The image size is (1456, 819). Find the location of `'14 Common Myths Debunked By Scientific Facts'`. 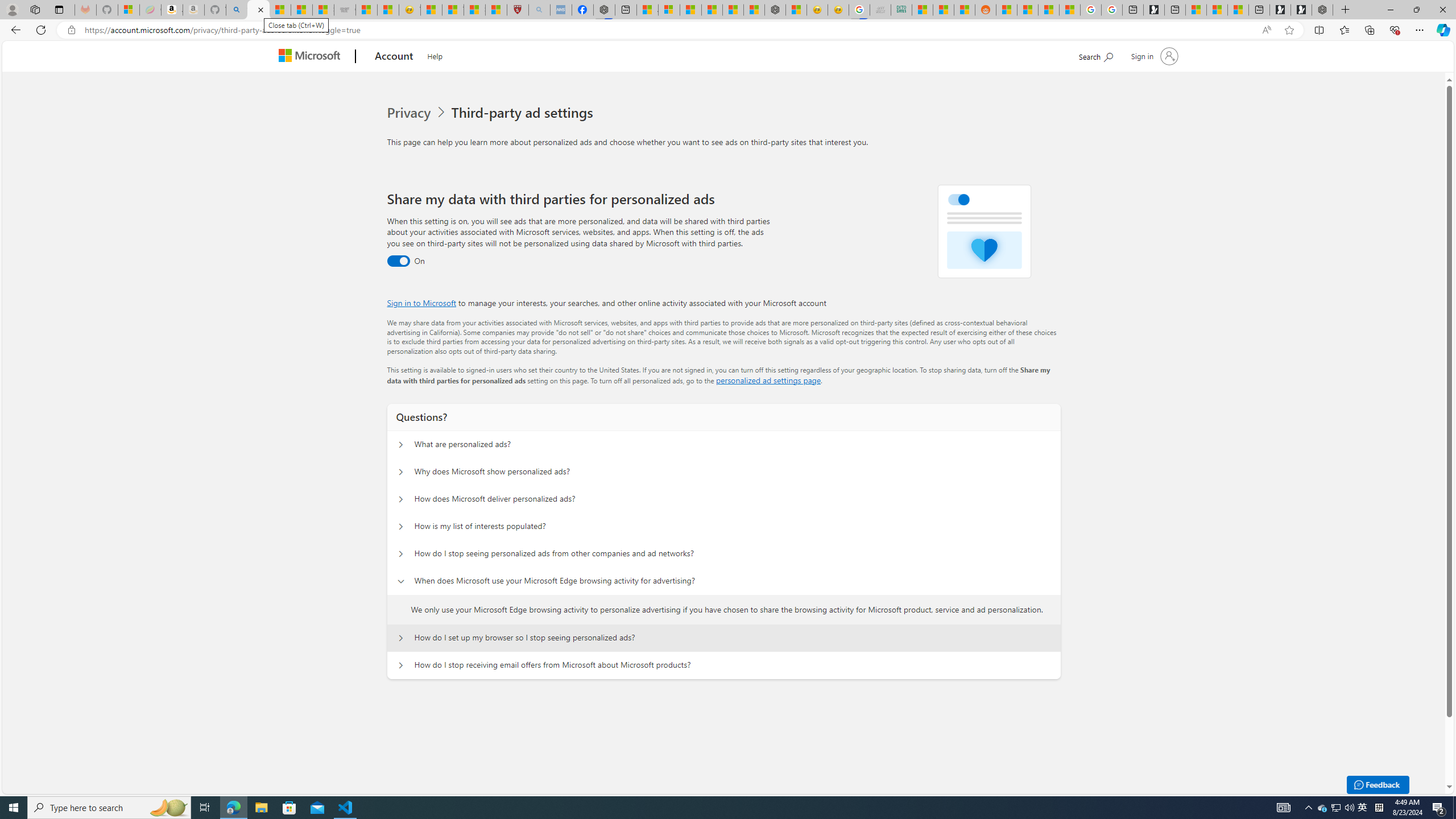

'14 Common Myths Debunked By Scientific Facts' is located at coordinates (733, 9).